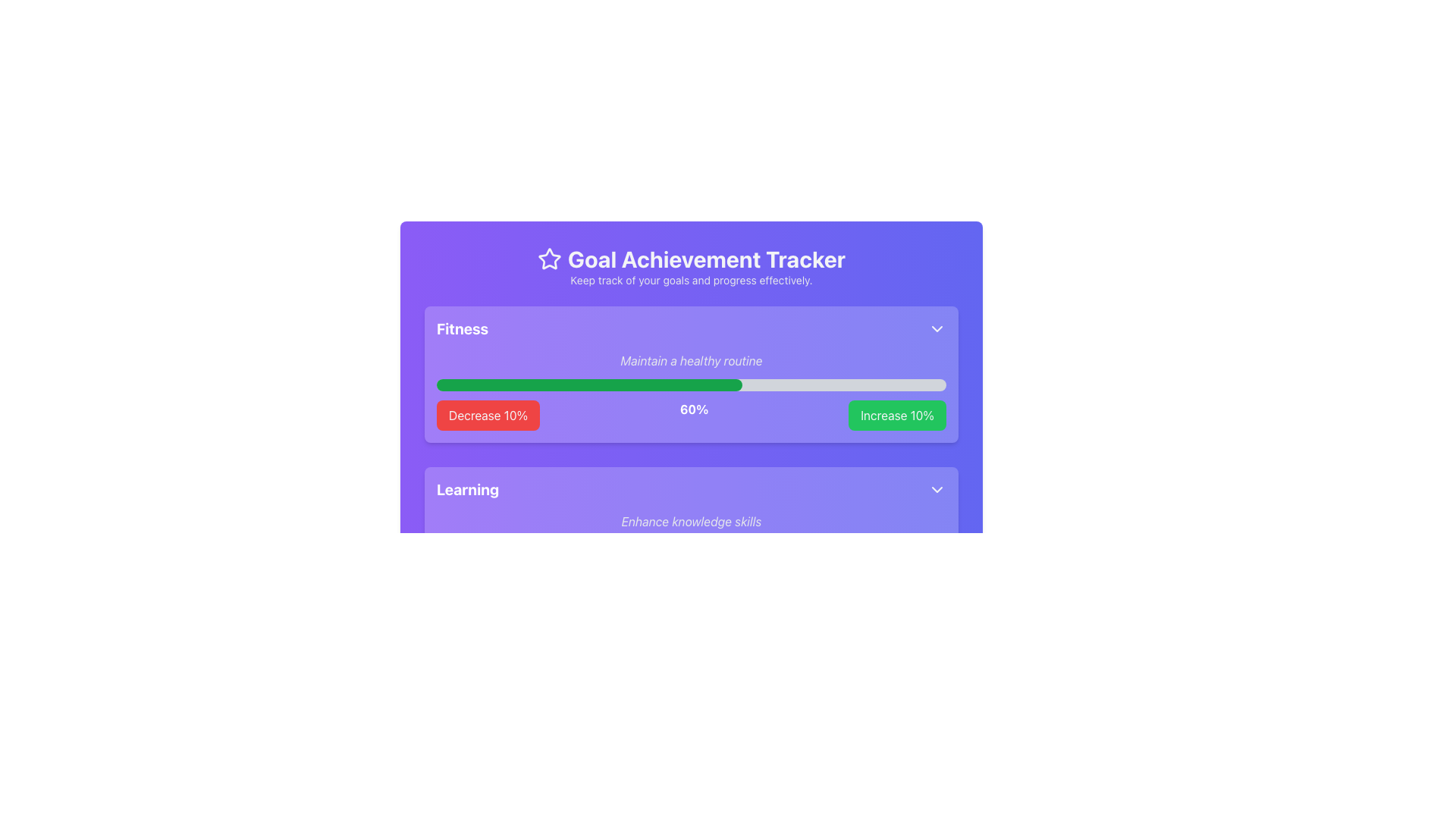 The height and width of the screenshot is (819, 1456). I want to click on the Progress Bar, which is a thin horizontal bar styled as a progress indicator, indicating 60% progress, located centrally in the 'Fitness' card, below the text 'Maintain a healthy routine', so click(691, 384).